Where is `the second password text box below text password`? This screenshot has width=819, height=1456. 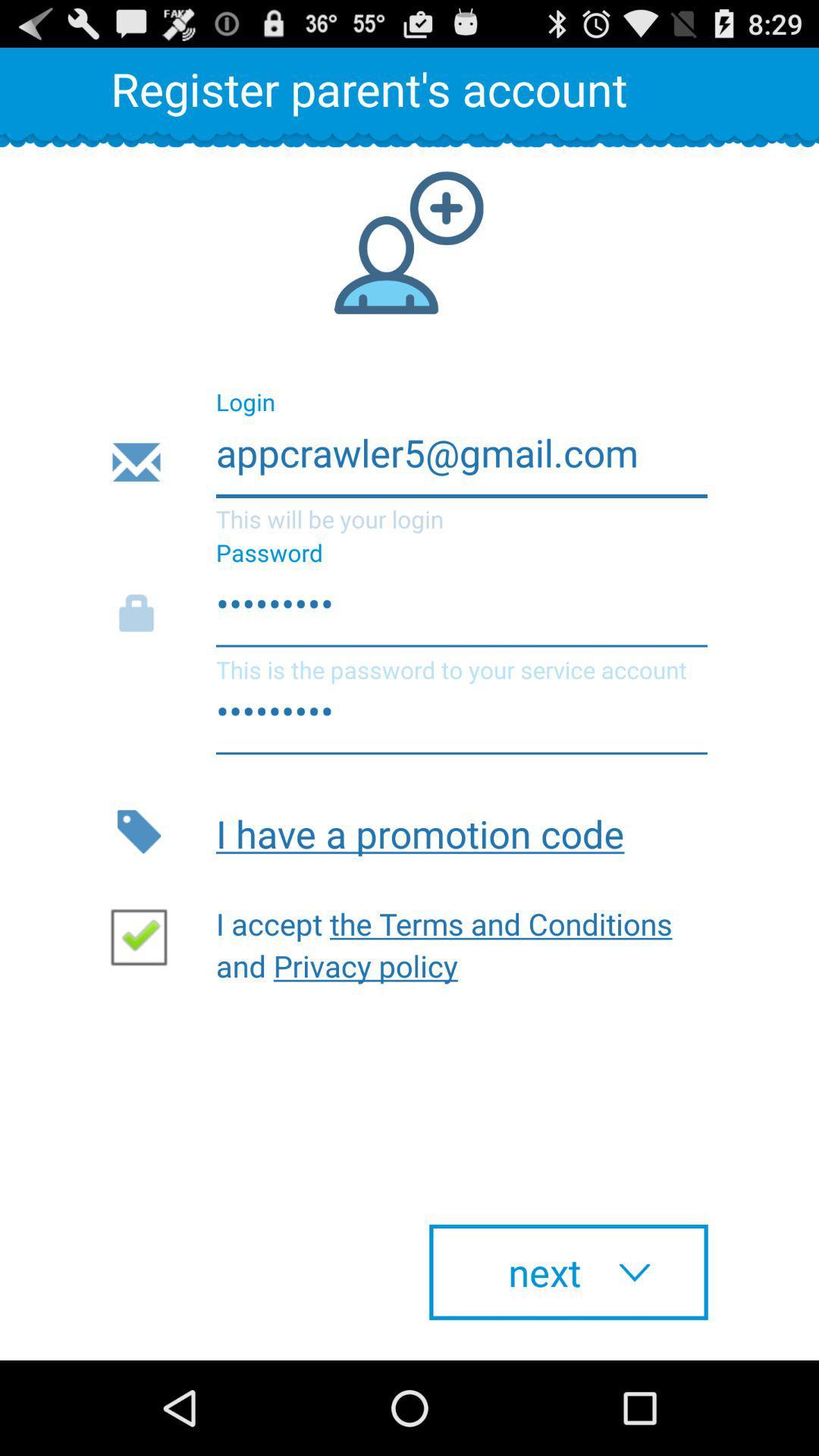 the second password text box below text password is located at coordinates (408, 717).